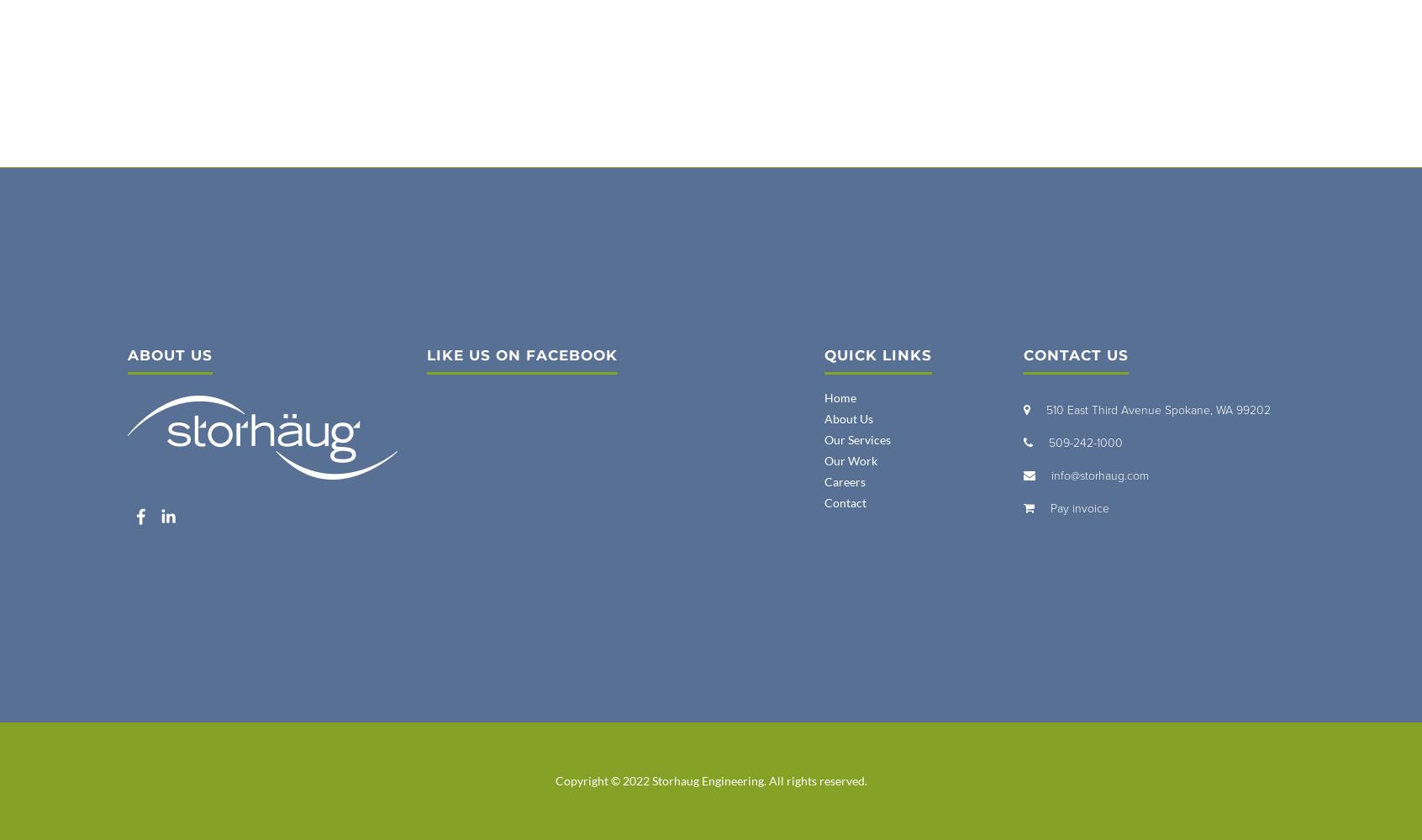 This screenshot has height=840, width=1422. Describe the element at coordinates (1024, 355) in the screenshot. I see `'CONTACT US'` at that location.